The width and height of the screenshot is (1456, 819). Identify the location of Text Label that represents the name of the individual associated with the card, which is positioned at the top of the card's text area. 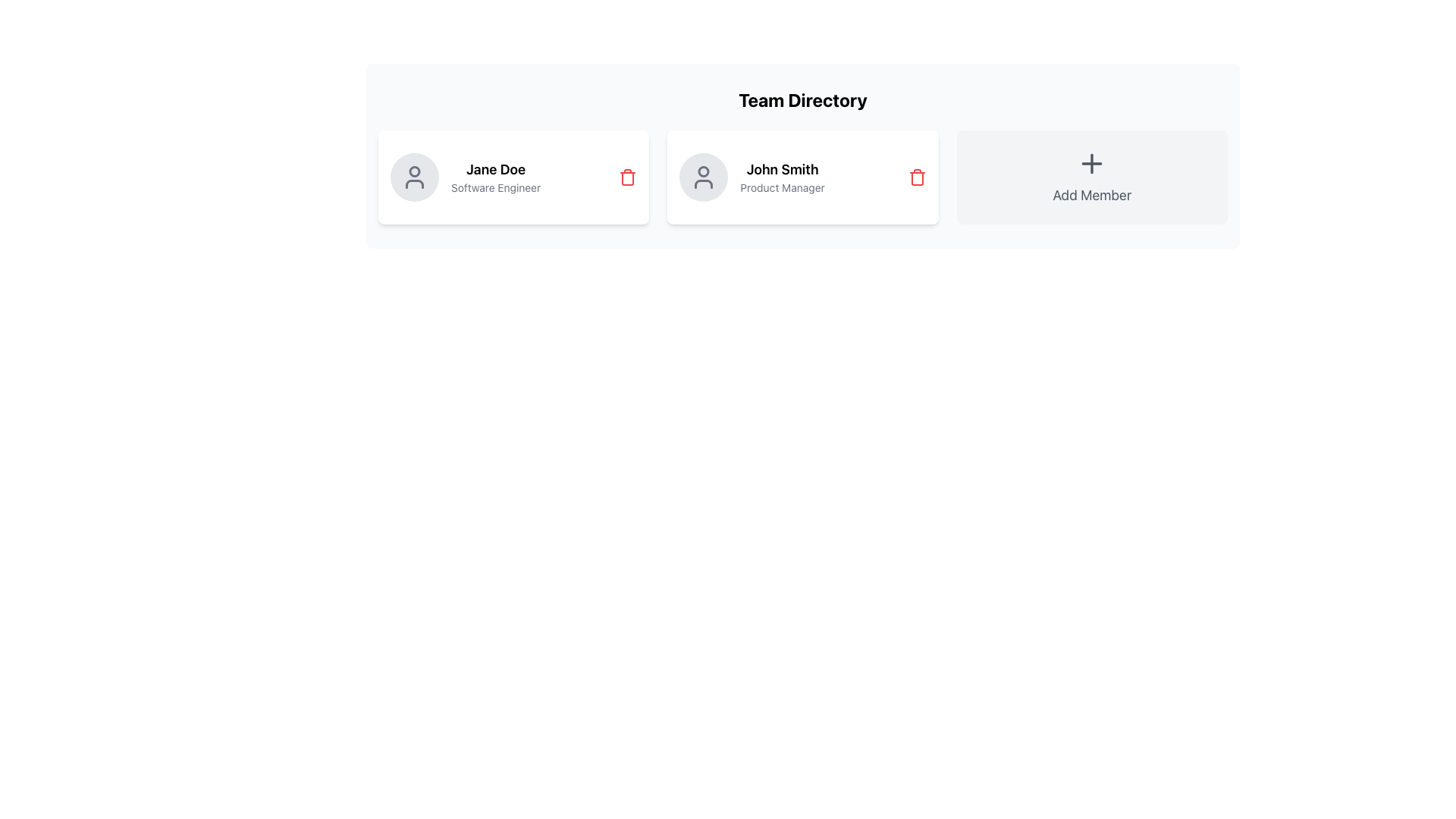
(496, 169).